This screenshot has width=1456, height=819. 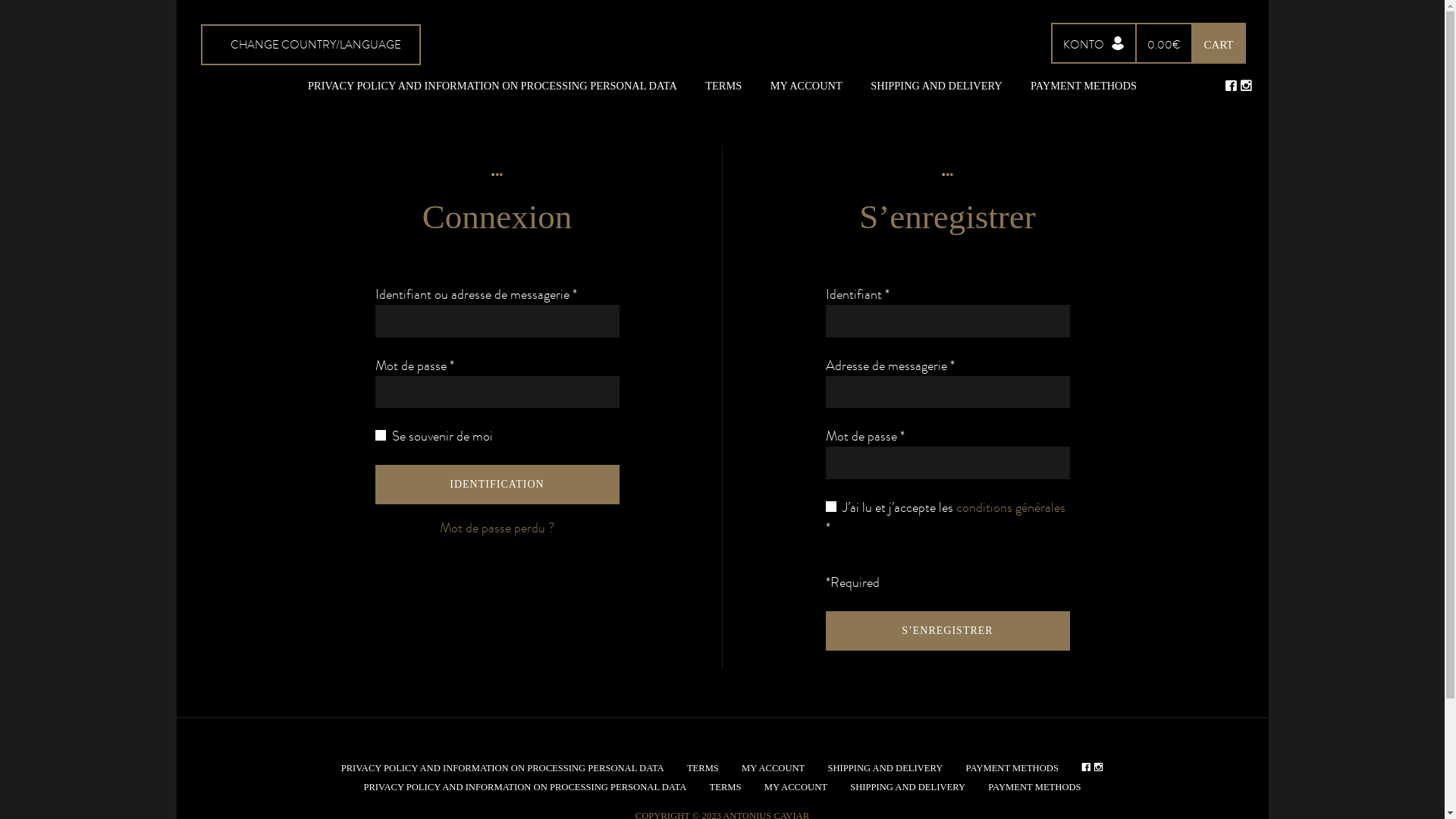 I want to click on 'PAYMENT METHODS', so click(x=987, y=786).